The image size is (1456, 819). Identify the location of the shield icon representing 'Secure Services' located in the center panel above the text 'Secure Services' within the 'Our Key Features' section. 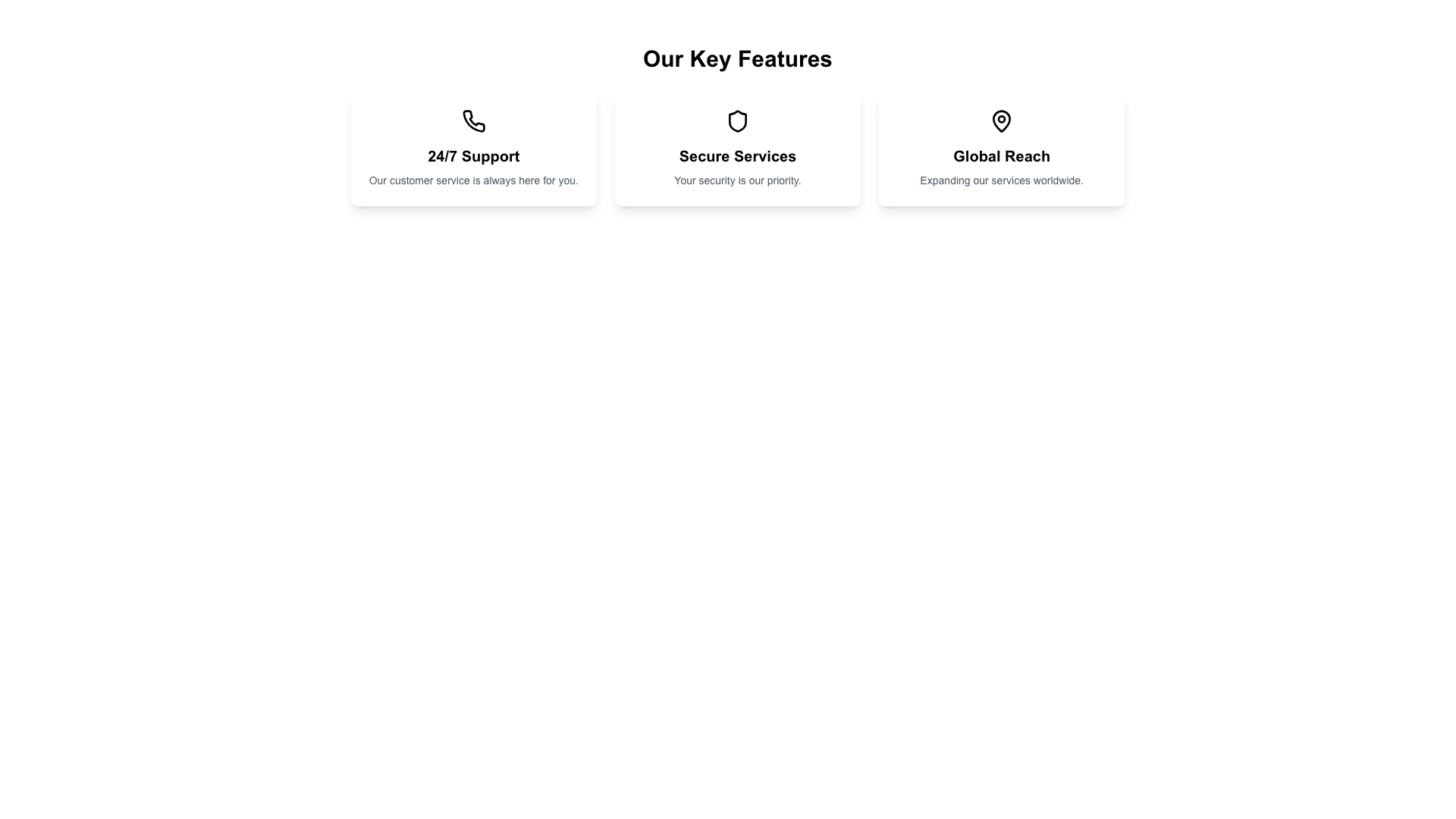
(738, 120).